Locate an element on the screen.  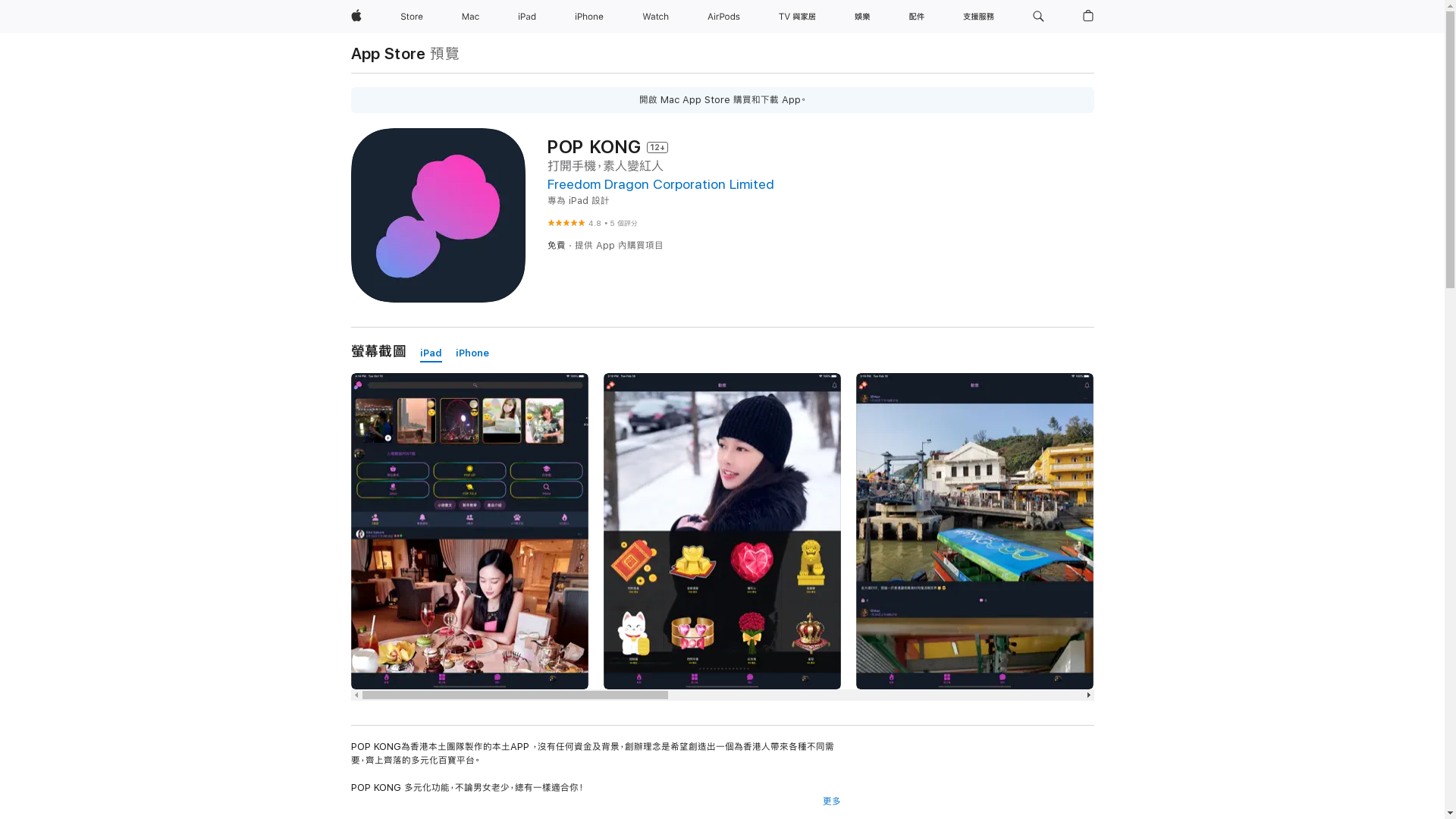
'iPhone' is located at coordinates (588, 17).